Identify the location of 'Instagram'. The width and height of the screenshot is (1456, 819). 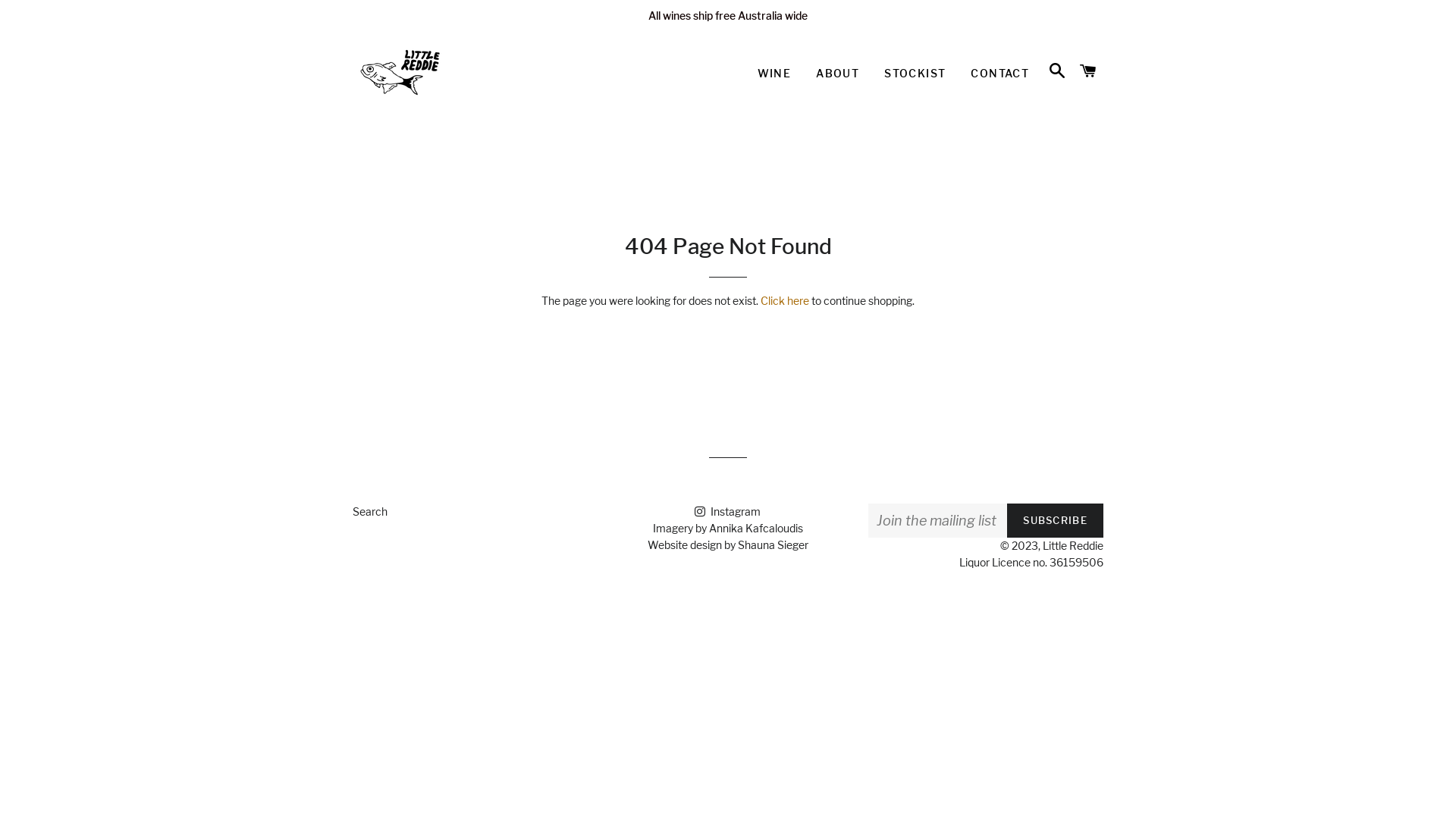
(726, 511).